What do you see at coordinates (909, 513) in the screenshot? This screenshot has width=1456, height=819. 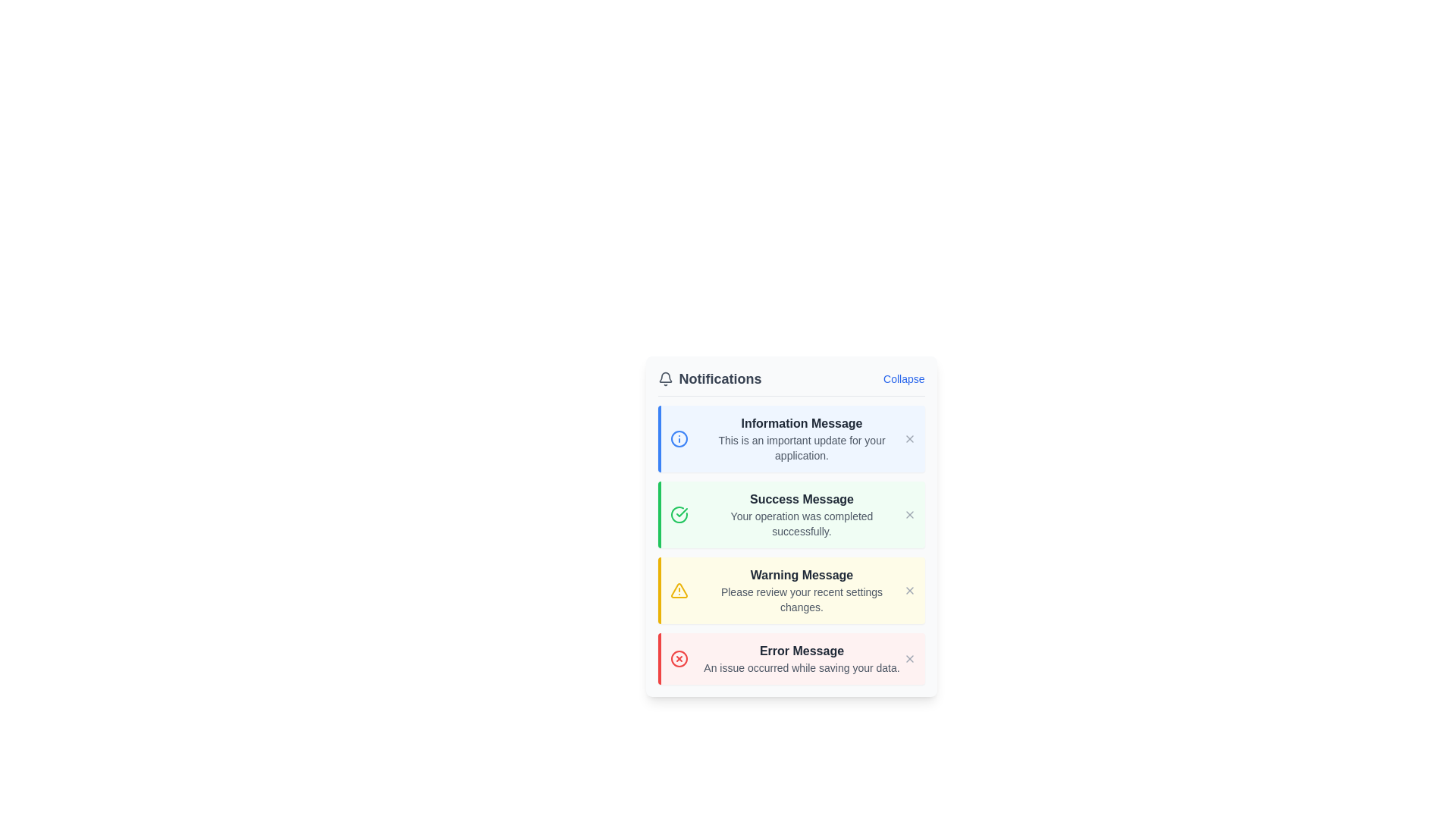 I see `the close button located on the right side of the 'Success Message' notification` at bounding box center [909, 513].